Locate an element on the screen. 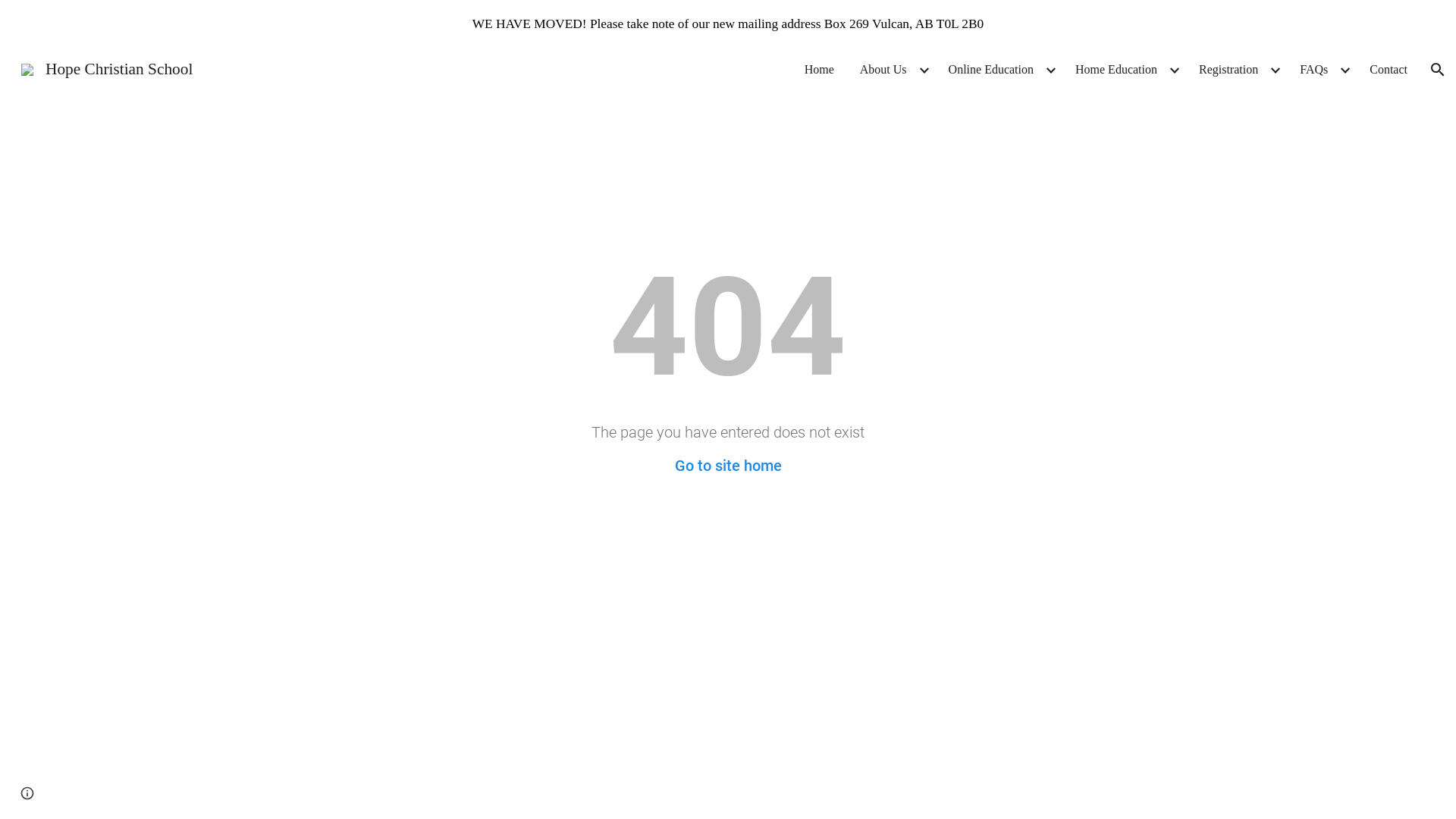  'Expand/Collapse' is located at coordinates (1166, 70).